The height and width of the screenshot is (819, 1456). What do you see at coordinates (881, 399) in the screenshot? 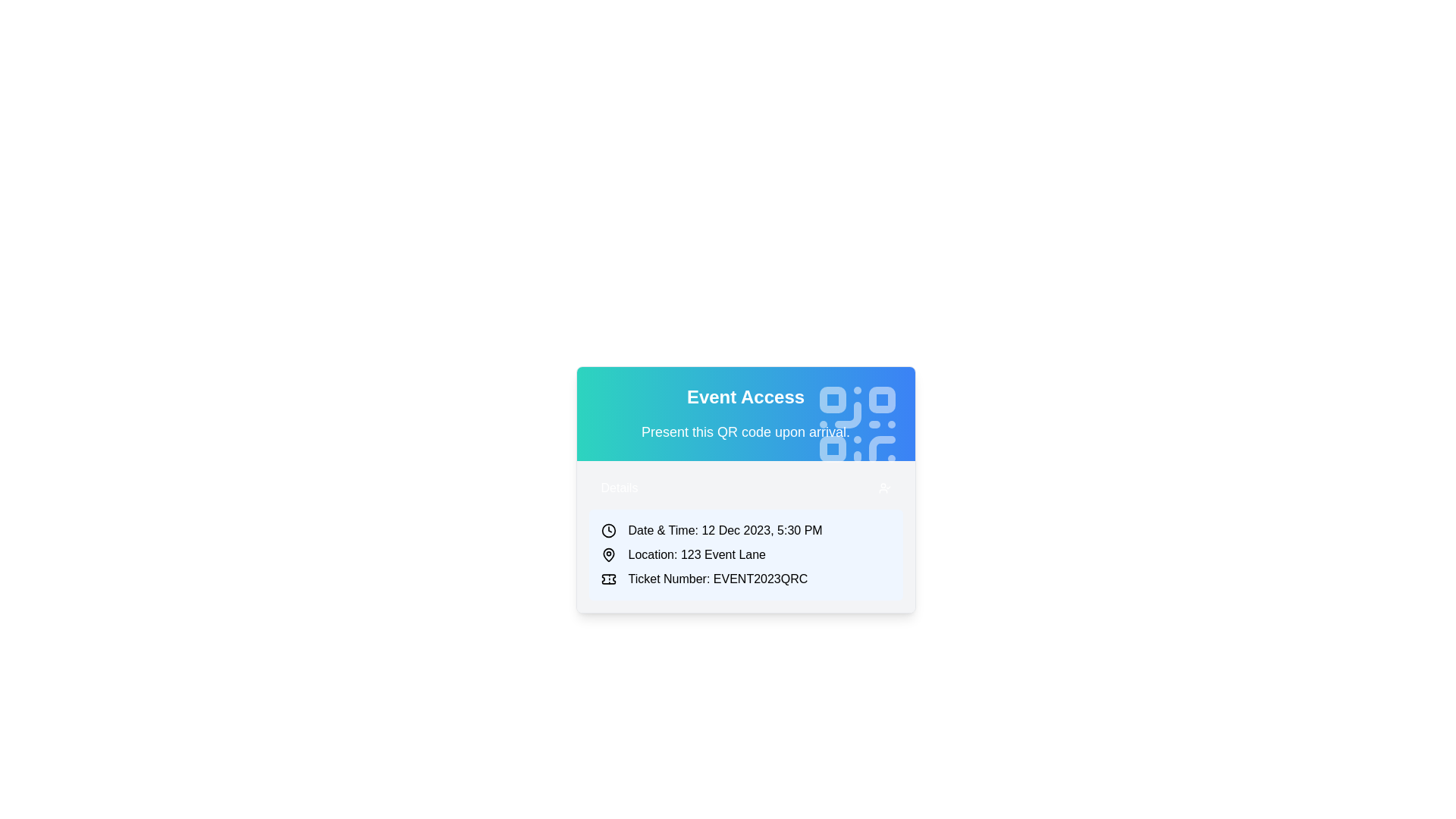
I see `the second small square in the top row of the decorative QR code graphic located in the top-right corner of the 'Event Access' card` at bounding box center [881, 399].